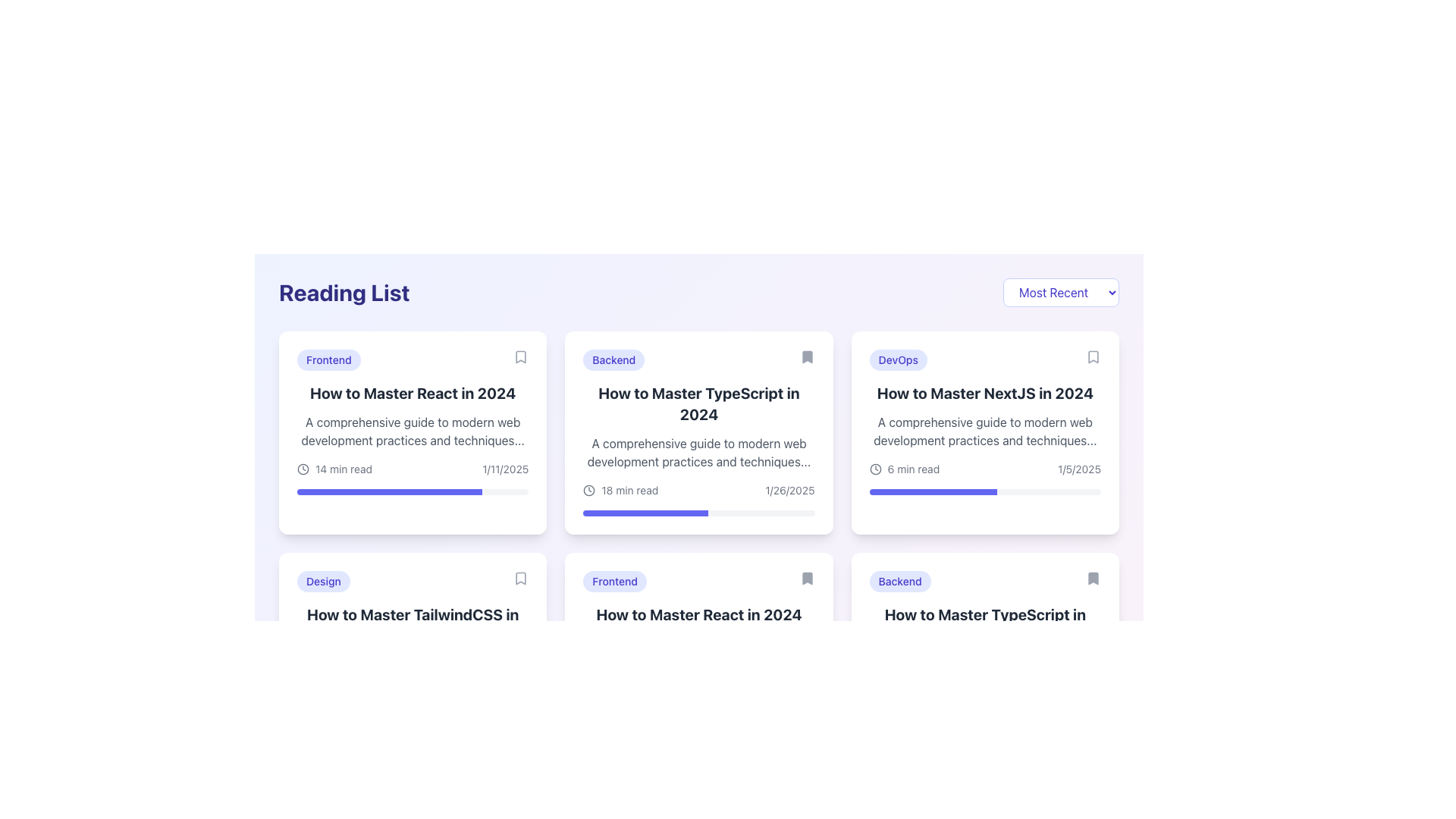  What do you see at coordinates (698, 513) in the screenshot?
I see `the progress bar indicating a progress of 54% located at the bottom of the card titled 'How to Master TypeScript in 2024'` at bounding box center [698, 513].